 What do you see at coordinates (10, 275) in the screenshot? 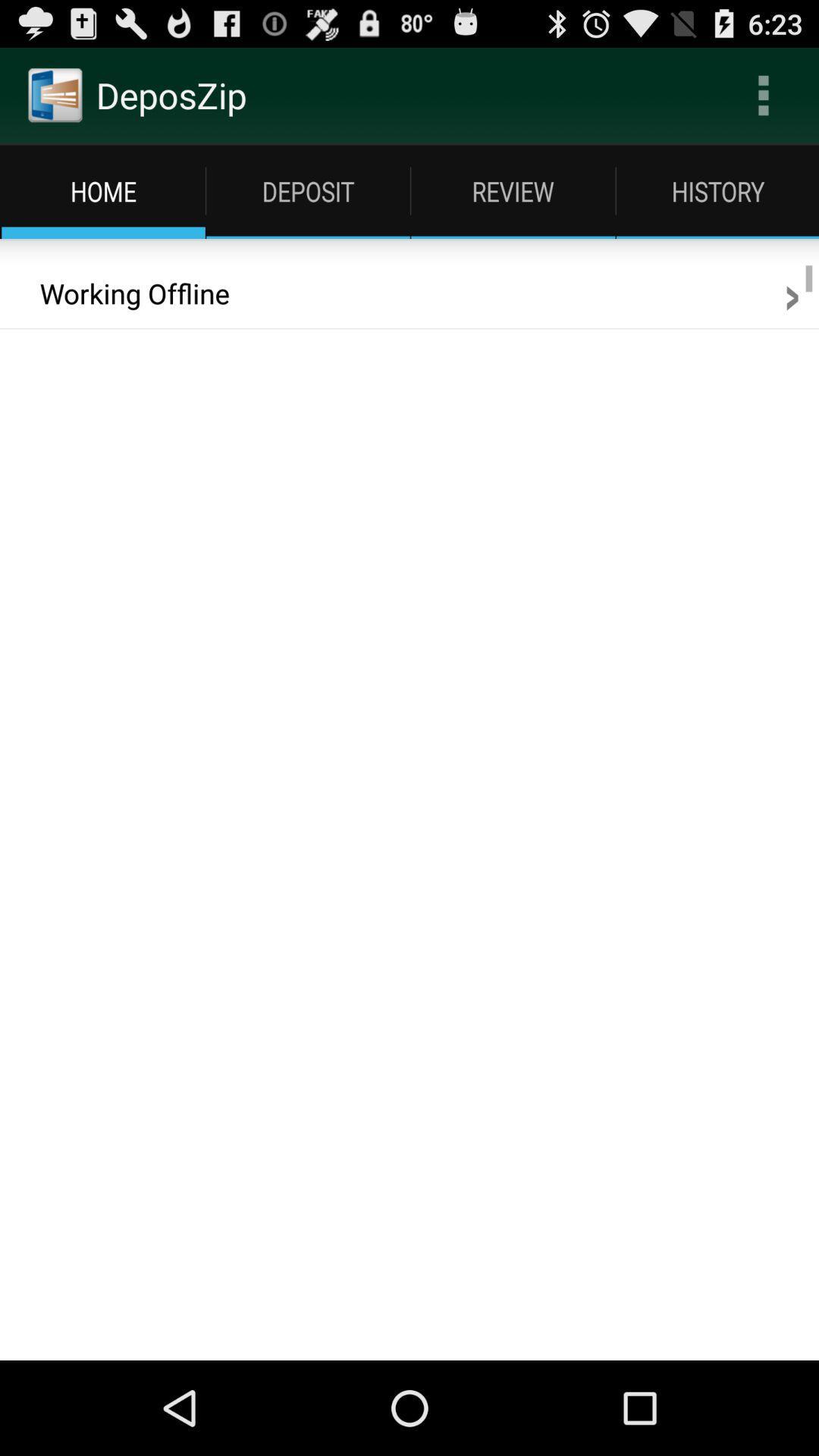
I see `the icon to the left of working offline icon` at bounding box center [10, 275].